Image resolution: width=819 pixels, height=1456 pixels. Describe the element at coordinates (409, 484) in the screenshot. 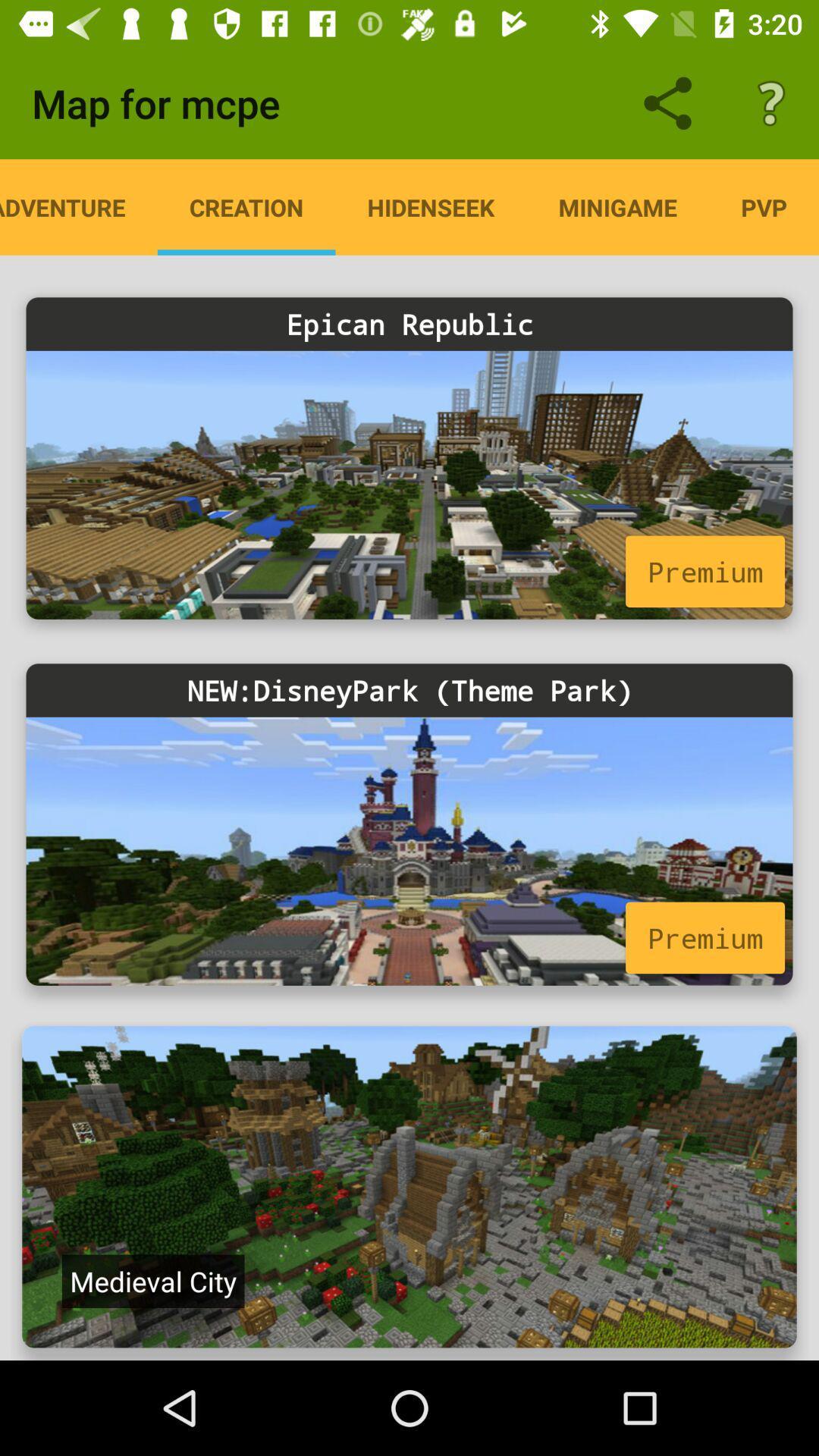

I see `upgrade to premium` at that location.